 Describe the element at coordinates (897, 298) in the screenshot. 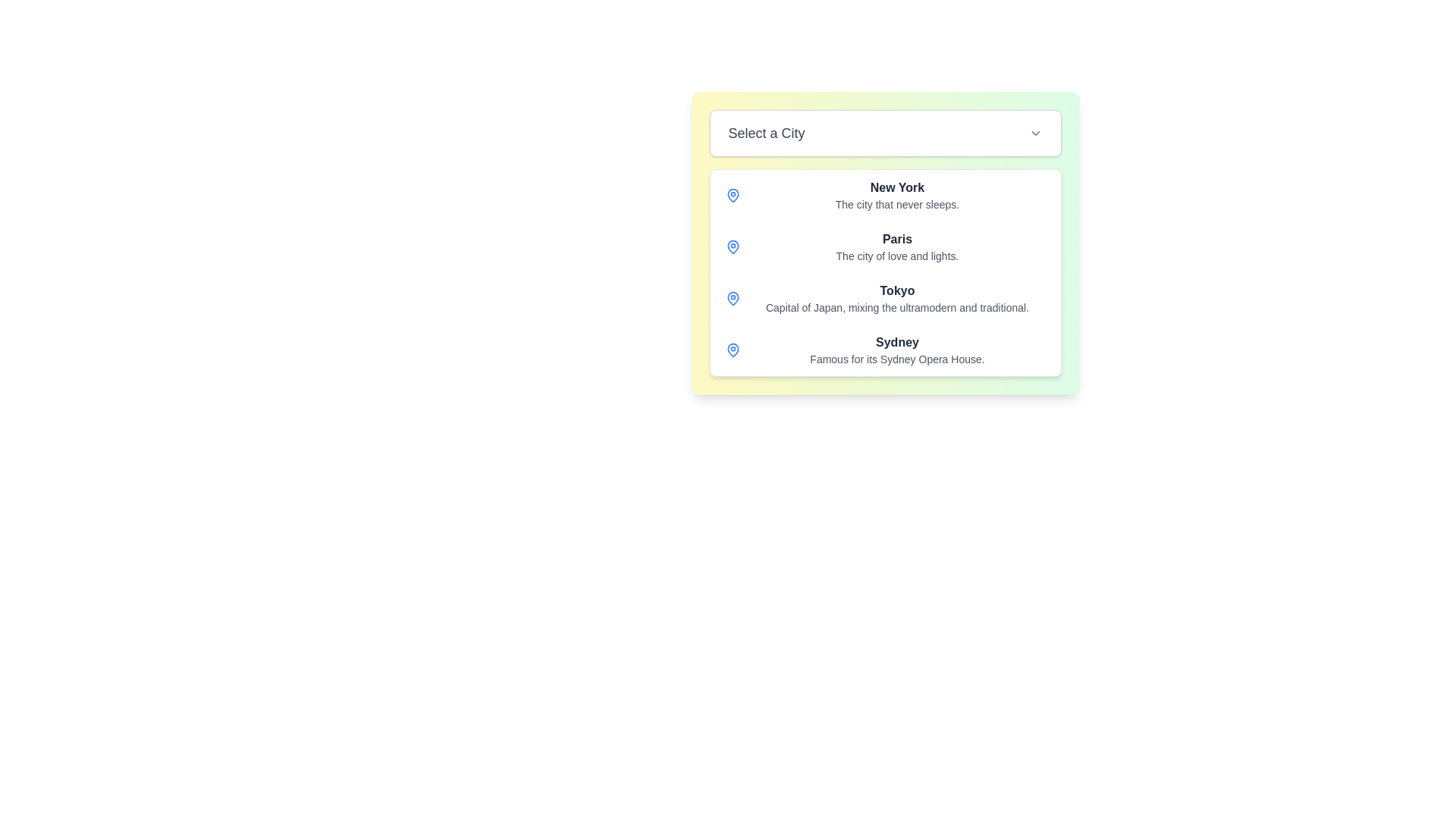

I see `text of the third list item located beneath the 'Select a City' dropdown, positioned between 'Paris' and 'Sydney'` at that location.